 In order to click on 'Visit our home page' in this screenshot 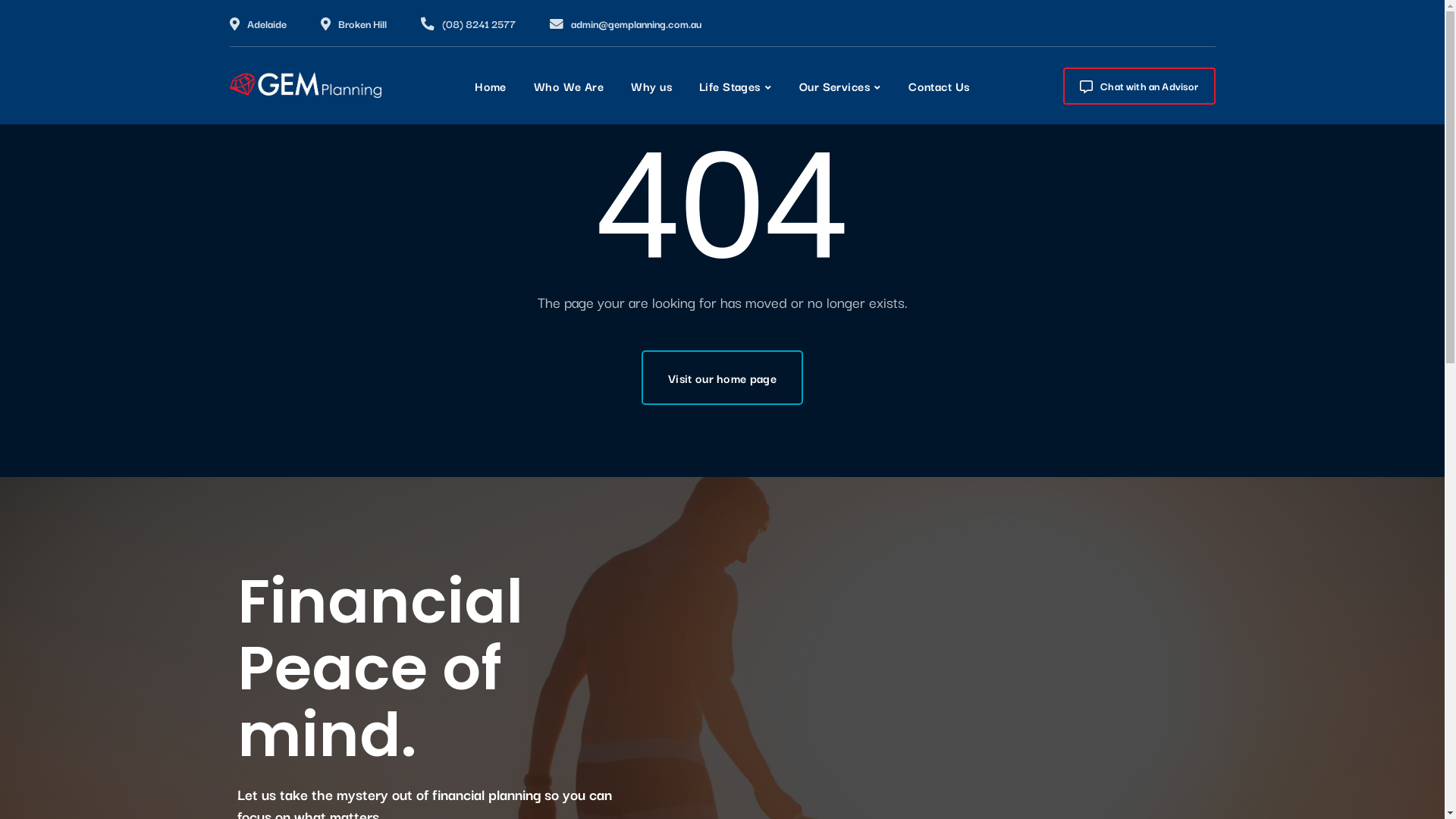, I will do `click(721, 376)`.